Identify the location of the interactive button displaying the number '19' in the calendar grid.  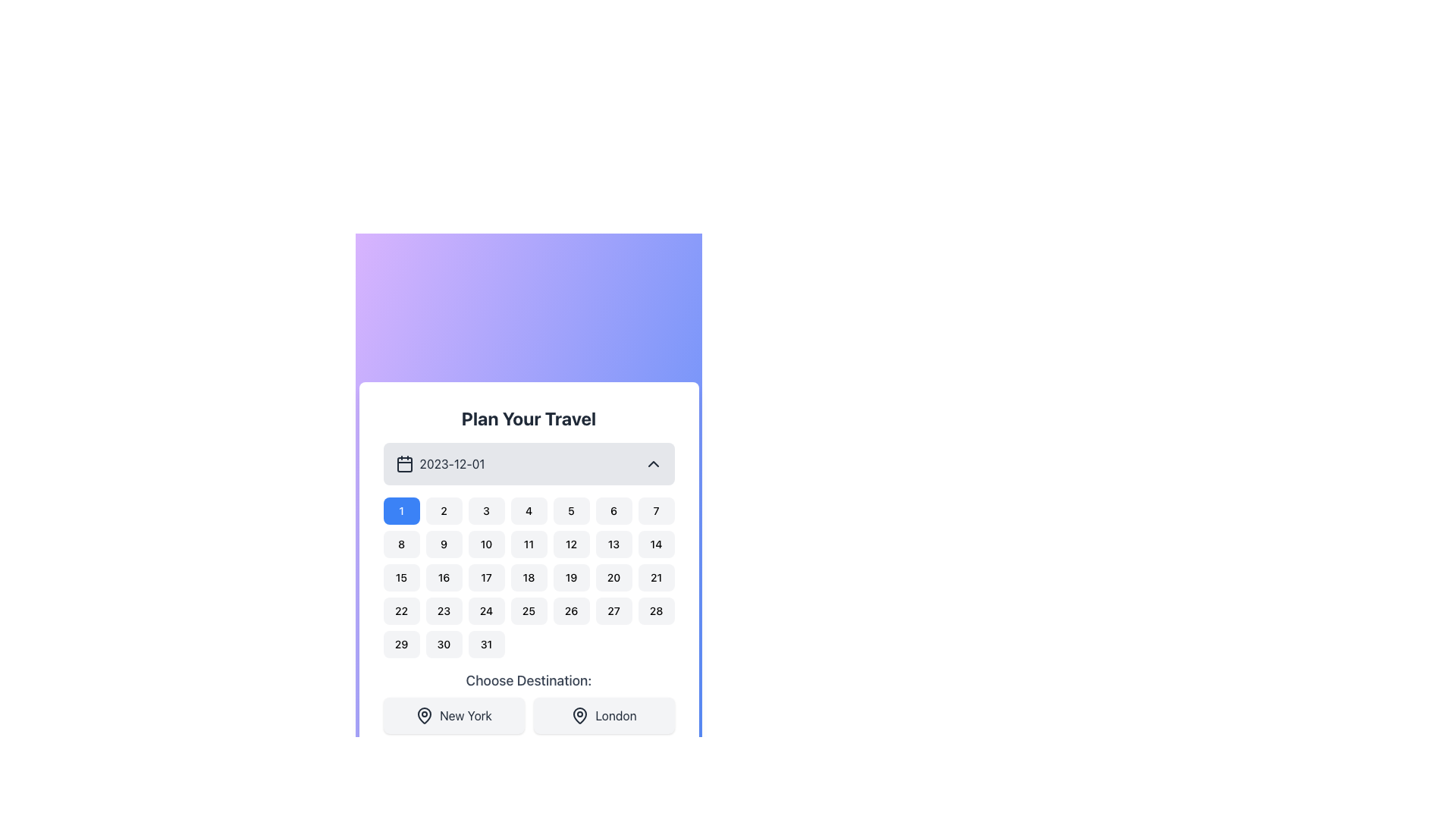
(570, 578).